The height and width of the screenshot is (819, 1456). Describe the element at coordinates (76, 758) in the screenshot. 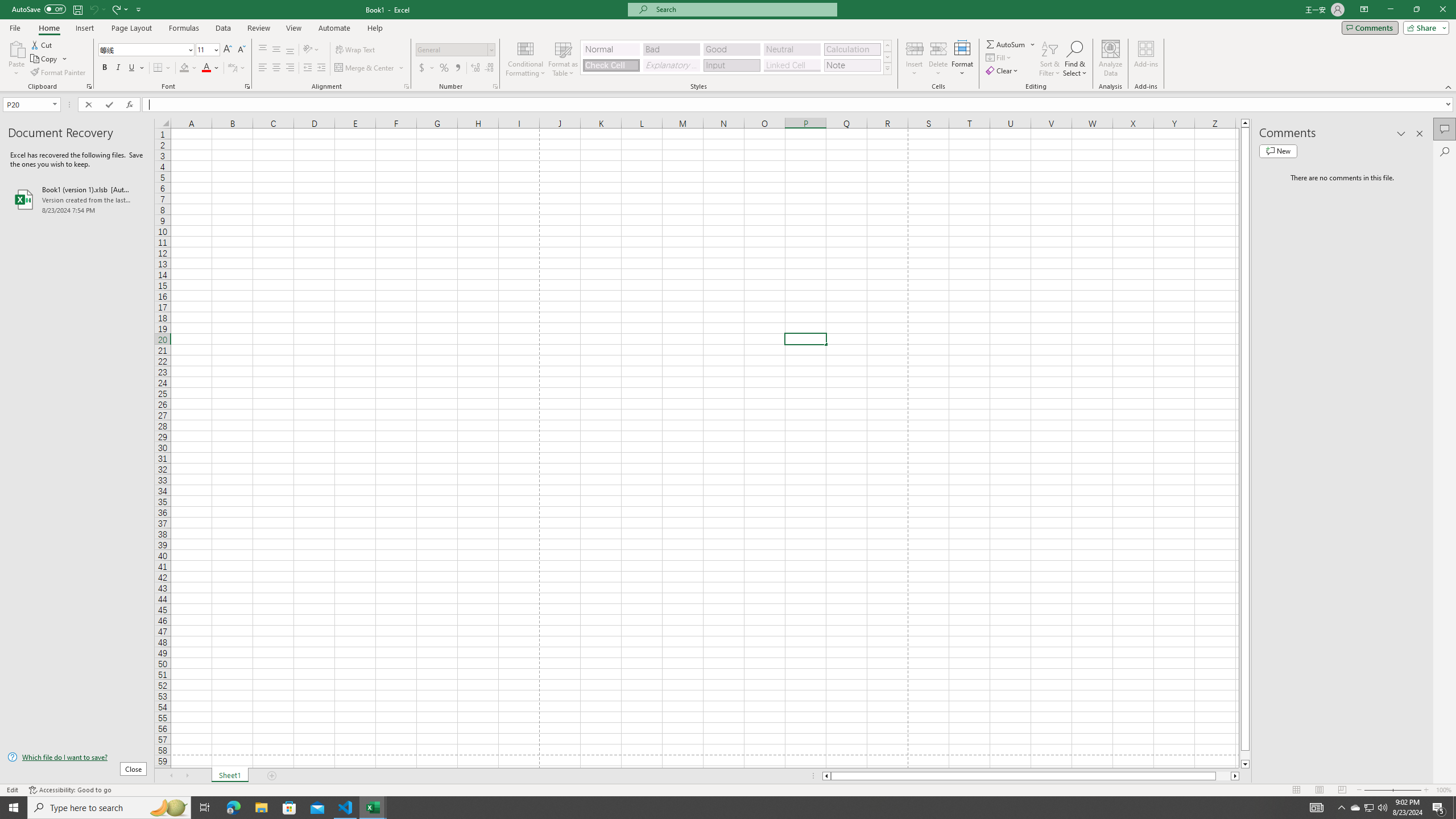

I see `'Which file do I want to save?'` at that location.